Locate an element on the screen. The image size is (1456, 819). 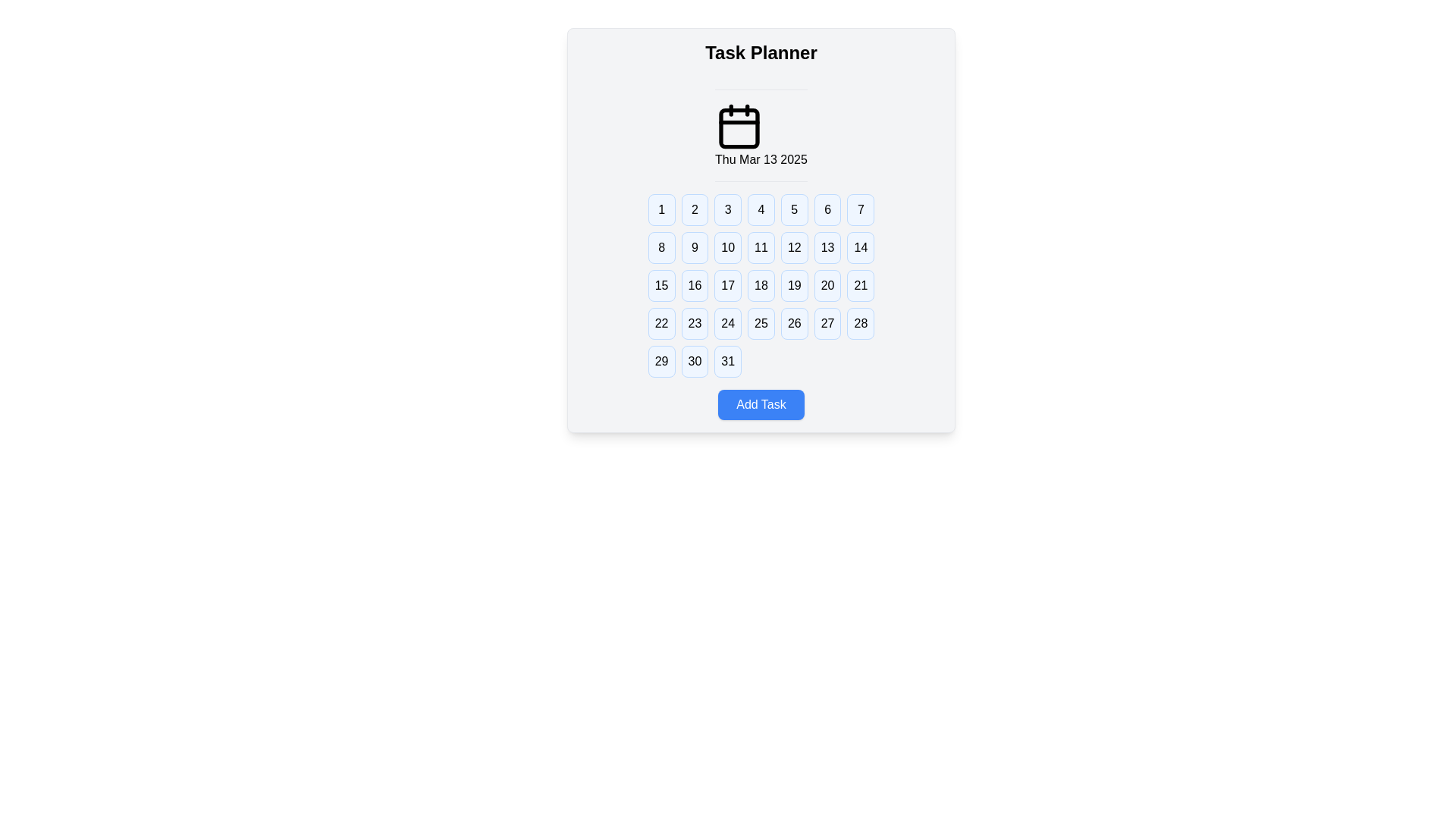
the square button with rounded corners and light blue background that contains the text '14' is located at coordinates (860, 247).